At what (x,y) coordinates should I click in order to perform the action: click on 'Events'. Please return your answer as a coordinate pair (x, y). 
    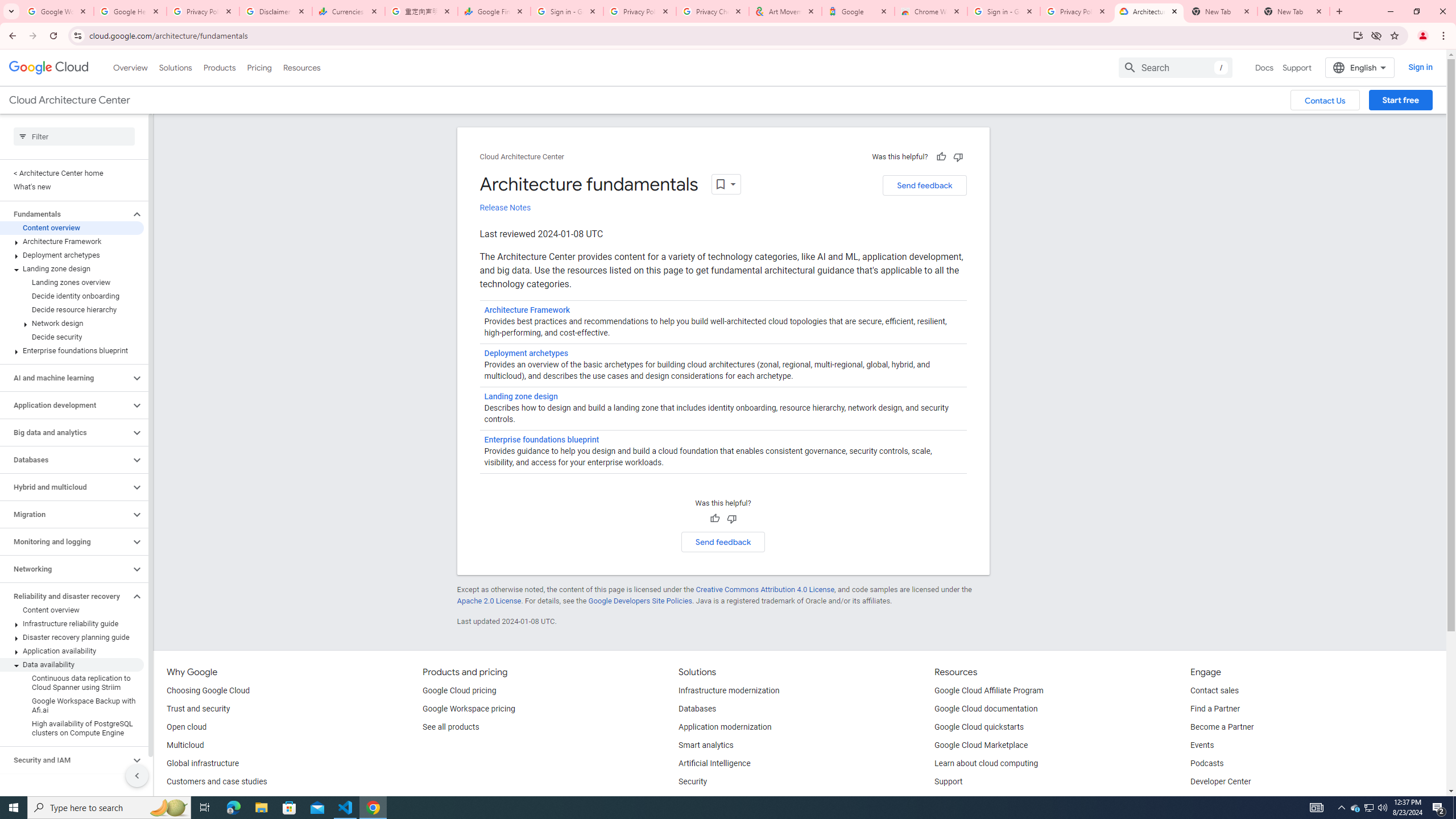
    Looking at the image, I should click on (1202, 745).